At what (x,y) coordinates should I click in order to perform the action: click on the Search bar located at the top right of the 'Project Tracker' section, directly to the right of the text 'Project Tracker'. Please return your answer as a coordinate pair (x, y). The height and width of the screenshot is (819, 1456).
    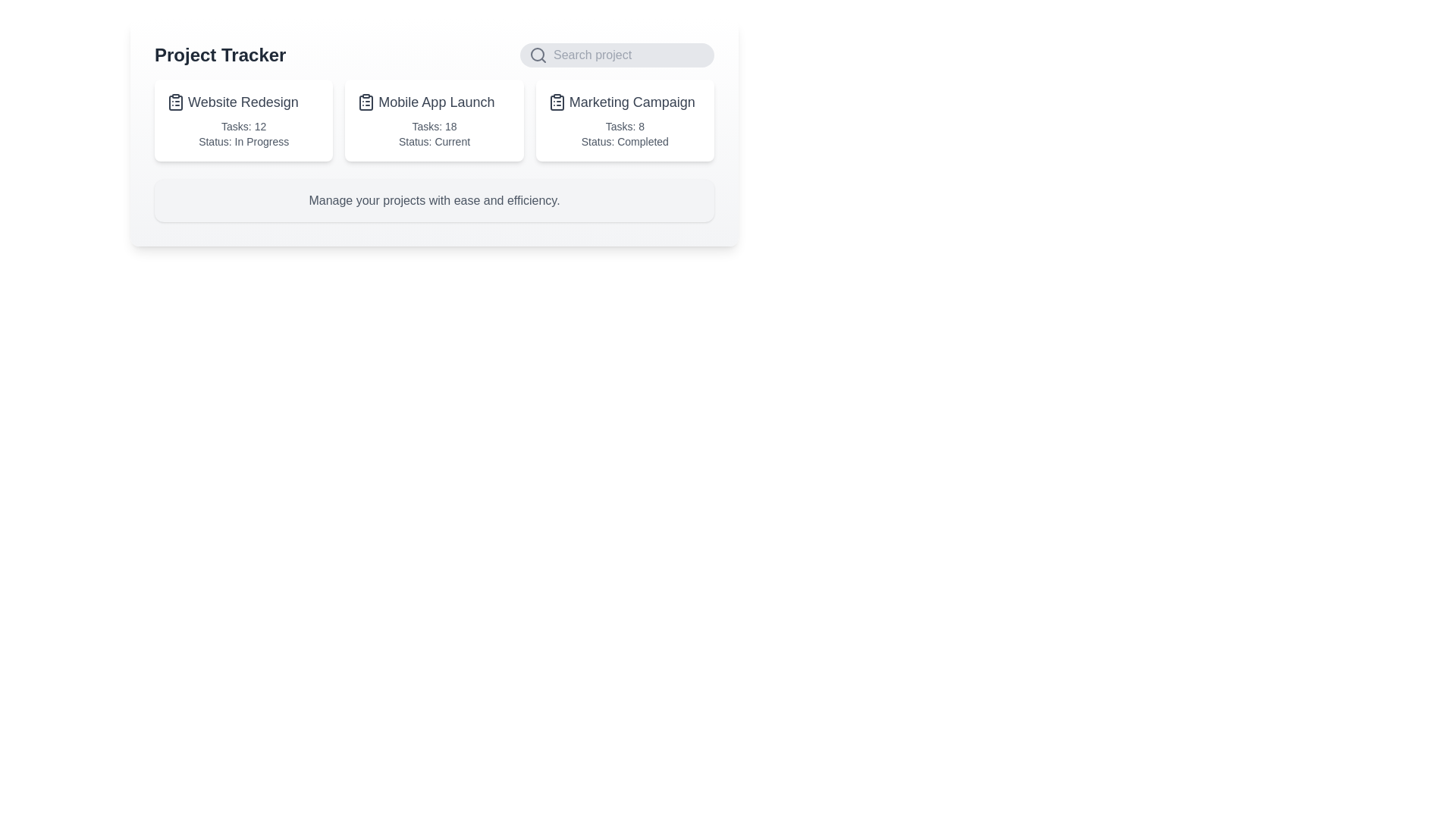
    Looking at the image, I should click on (617, 55).